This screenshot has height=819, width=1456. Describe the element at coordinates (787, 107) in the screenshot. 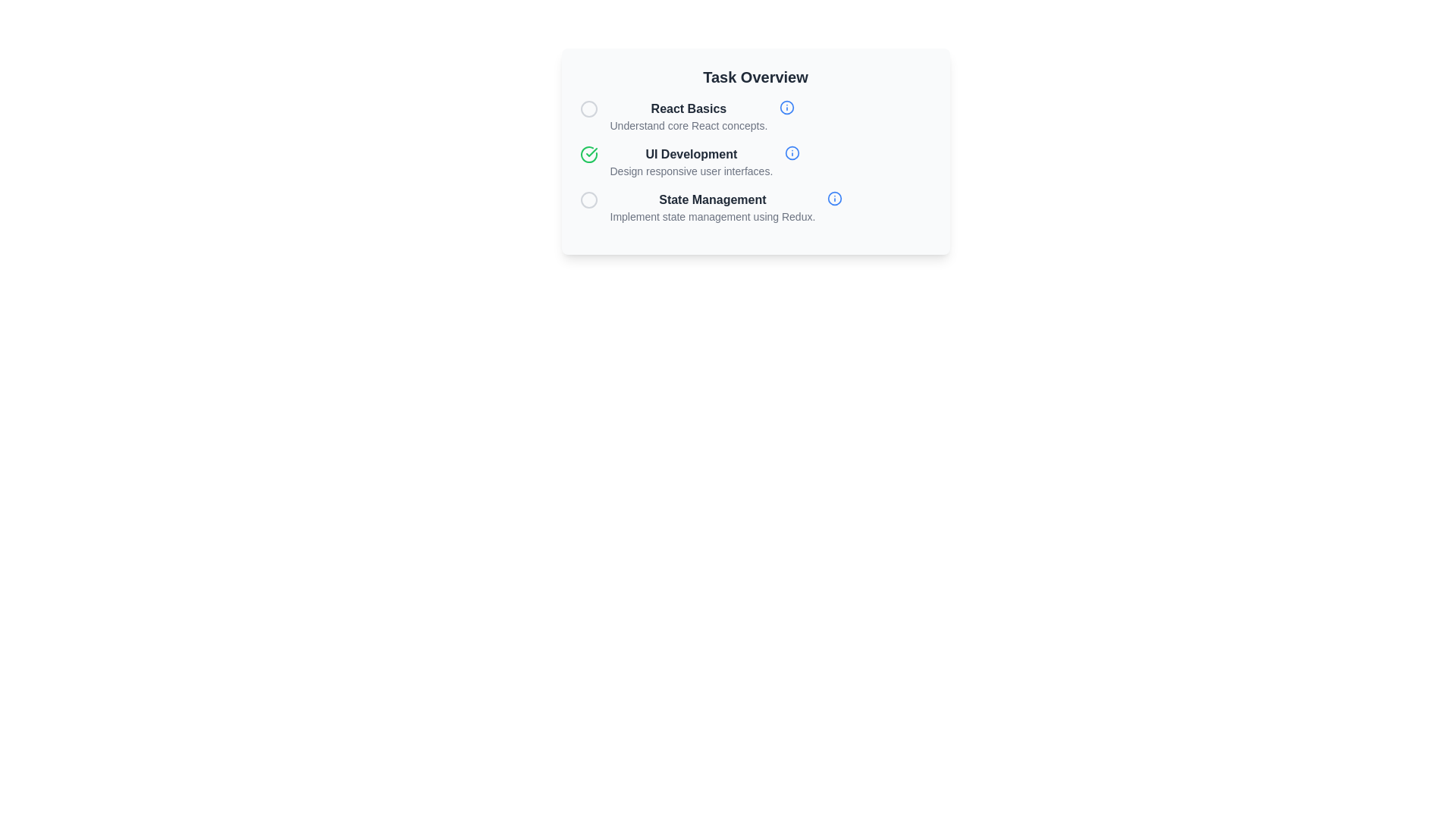

I see `the Circle SVG Component to identify the associated content in the UI Development section of the Task Overview panel` at that location.